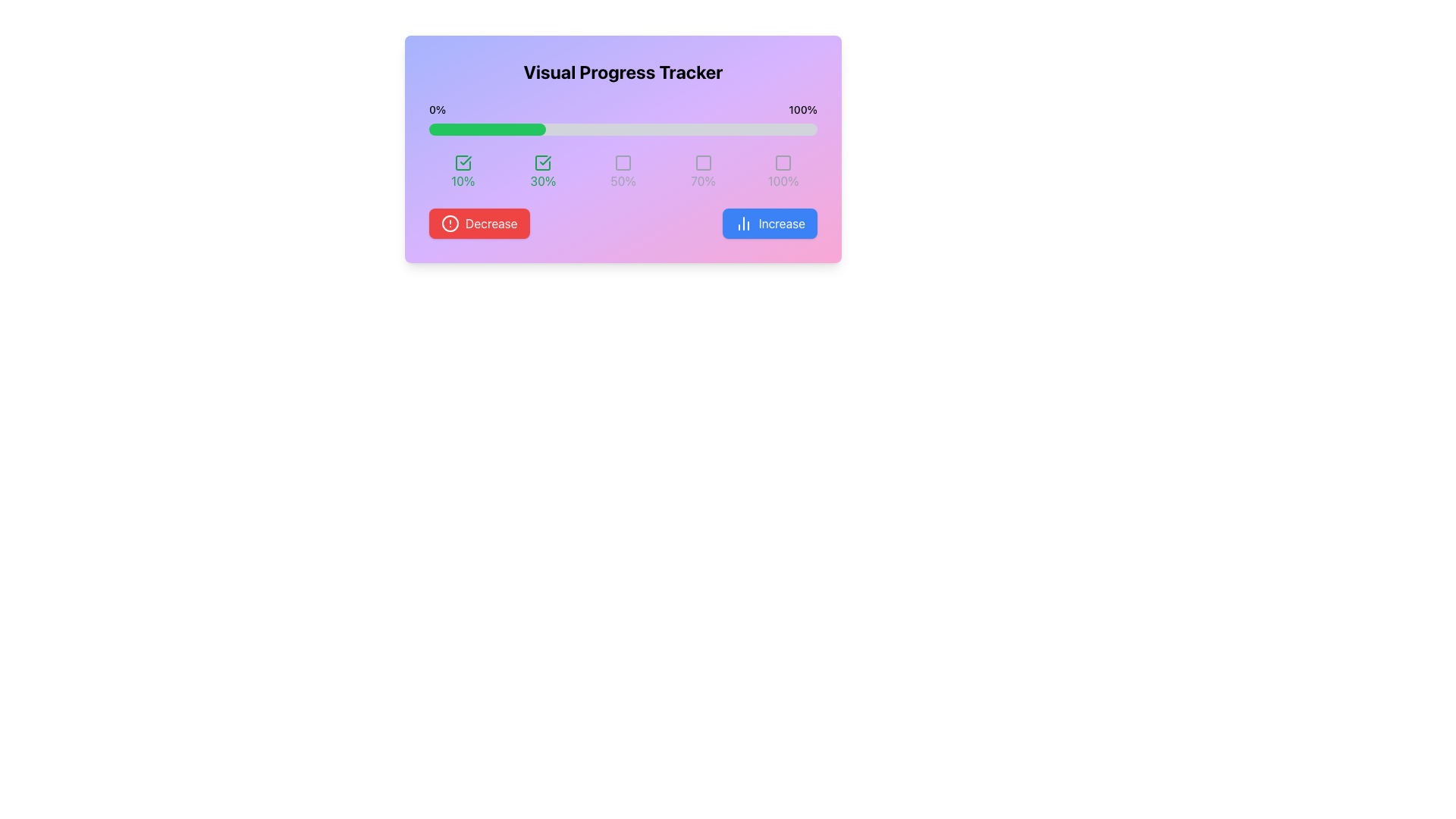  Describe the element at coordinates (623, 171) in the screenshot. I see `the third progress item in the Visual Progress Tracker, which represents 50% completion, to interact with it` at that location.